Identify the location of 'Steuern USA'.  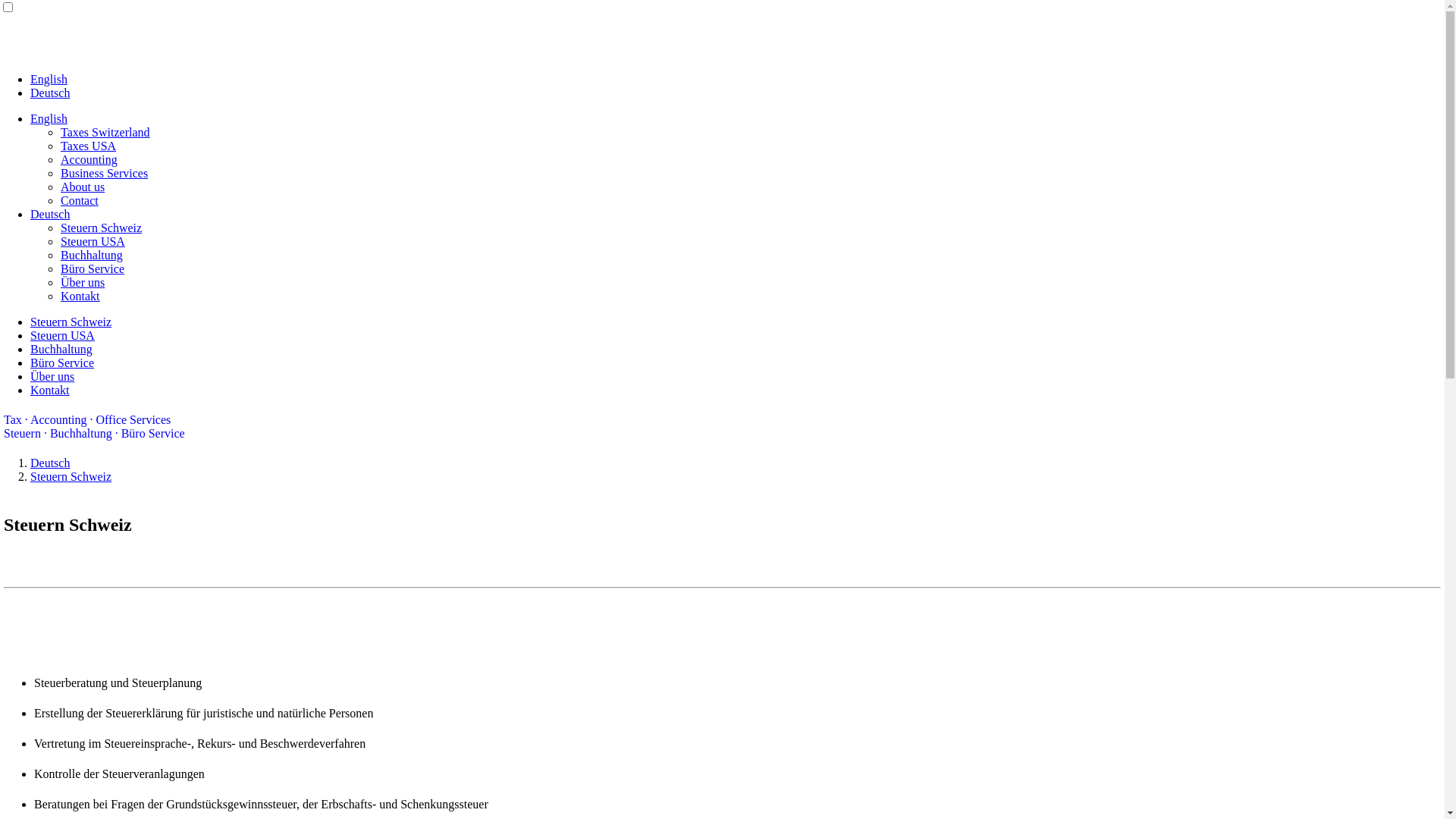
(61, 240).